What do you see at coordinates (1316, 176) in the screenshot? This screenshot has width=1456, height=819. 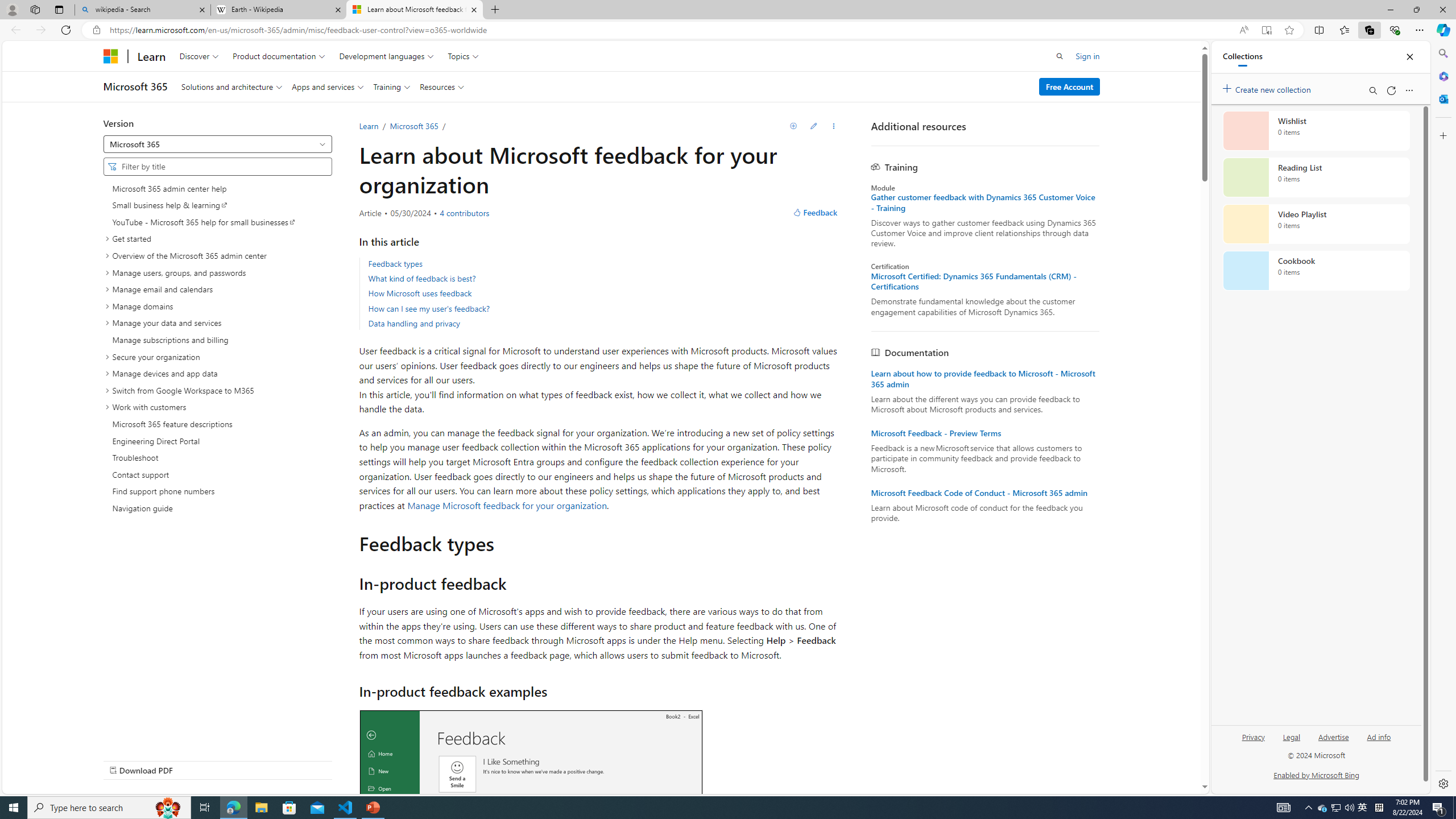 I see `'Reading List collection, 0 items'` at bounding box center [1316, 176].